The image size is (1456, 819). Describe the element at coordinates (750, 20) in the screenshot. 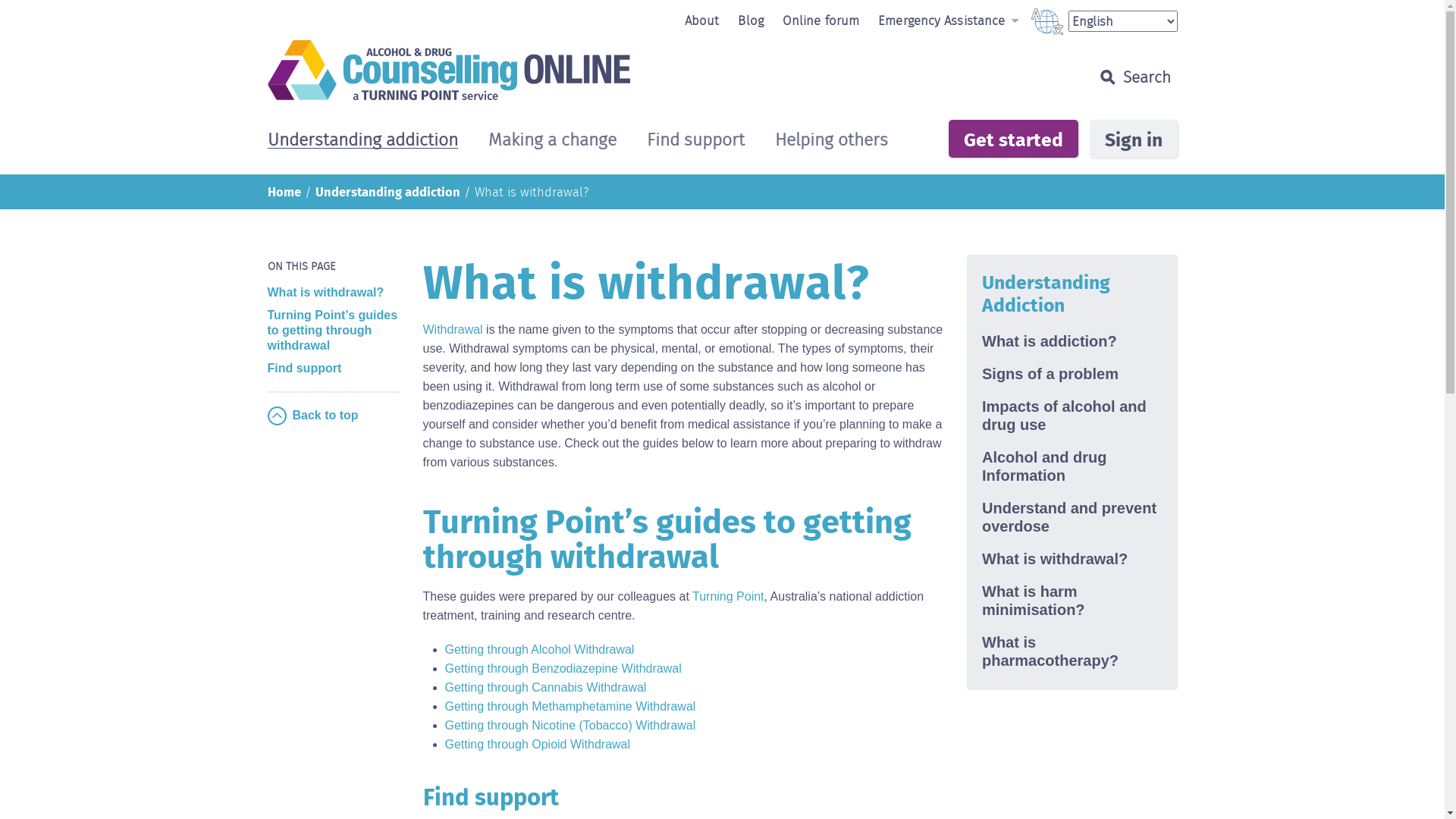

I see `'Blog'` at that location.